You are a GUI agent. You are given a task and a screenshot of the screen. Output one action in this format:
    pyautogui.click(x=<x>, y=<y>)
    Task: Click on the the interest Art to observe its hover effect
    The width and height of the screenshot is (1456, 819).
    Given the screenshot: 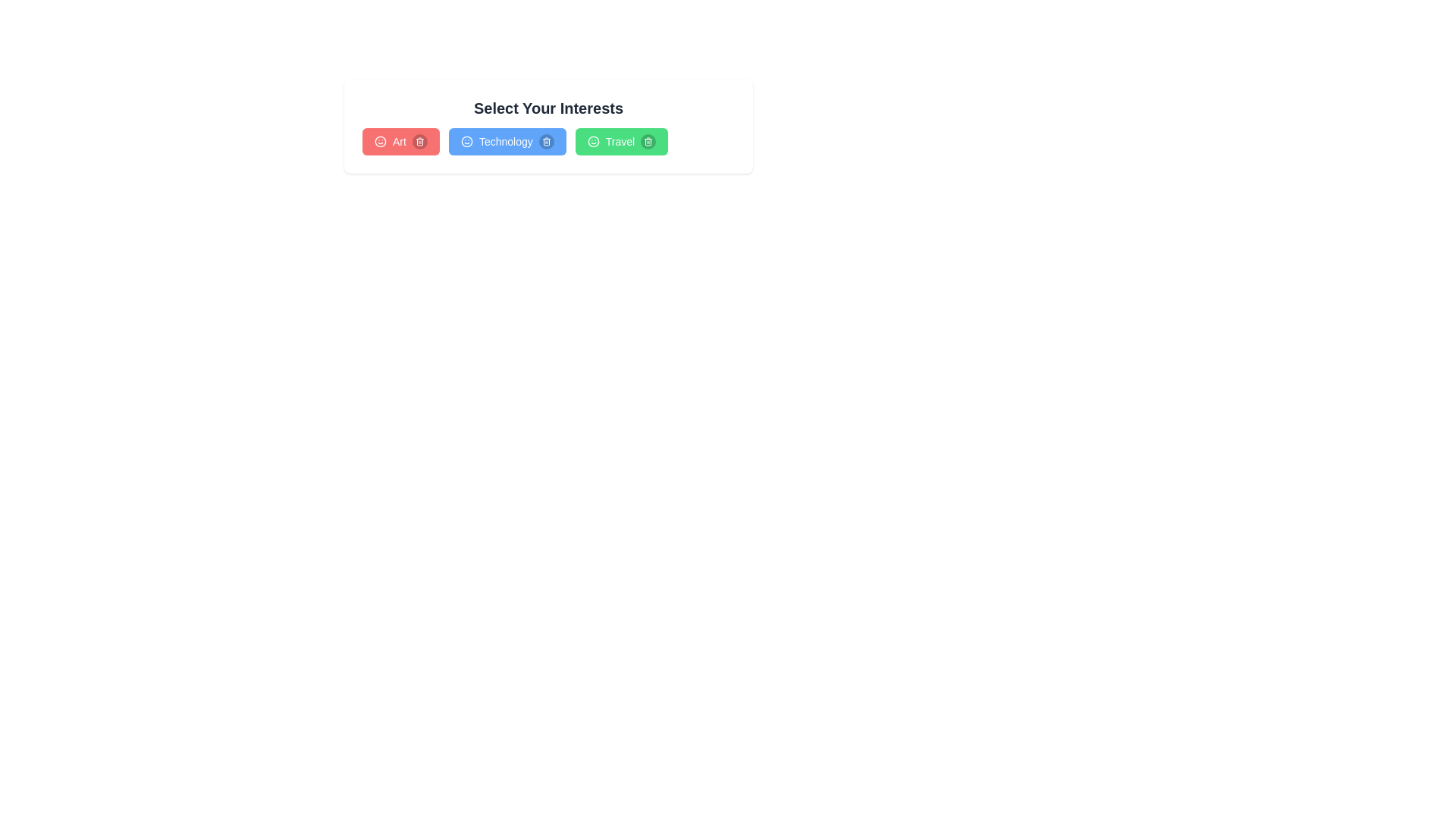 What is the action you would take?
    pyautogui.click(x=400, y=141)
    